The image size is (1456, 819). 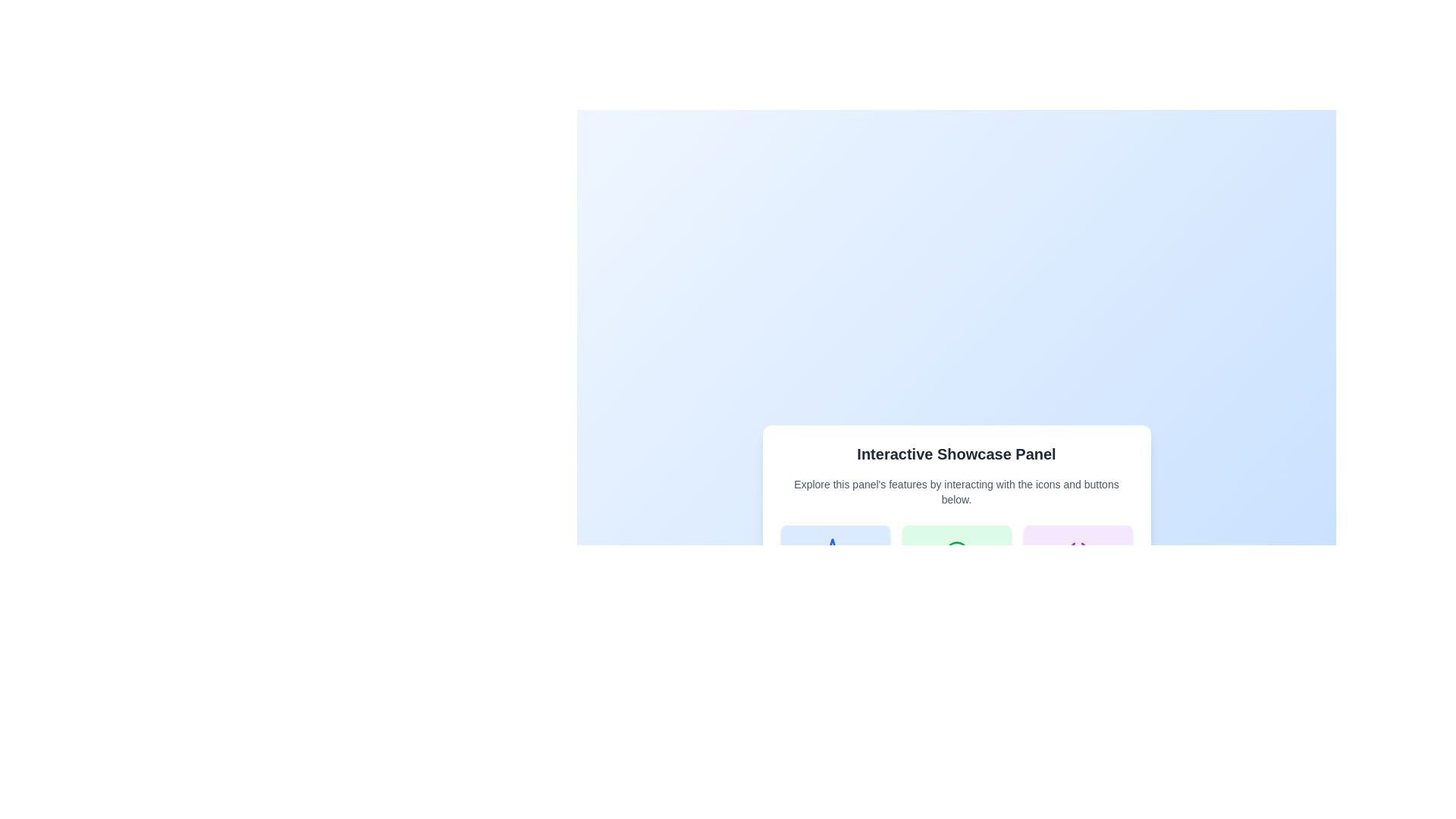 What do you see at coordinates (834, 560) in the screenshot?
I see `the interactive card in the first column on the left` at bounding box center [834, 560].